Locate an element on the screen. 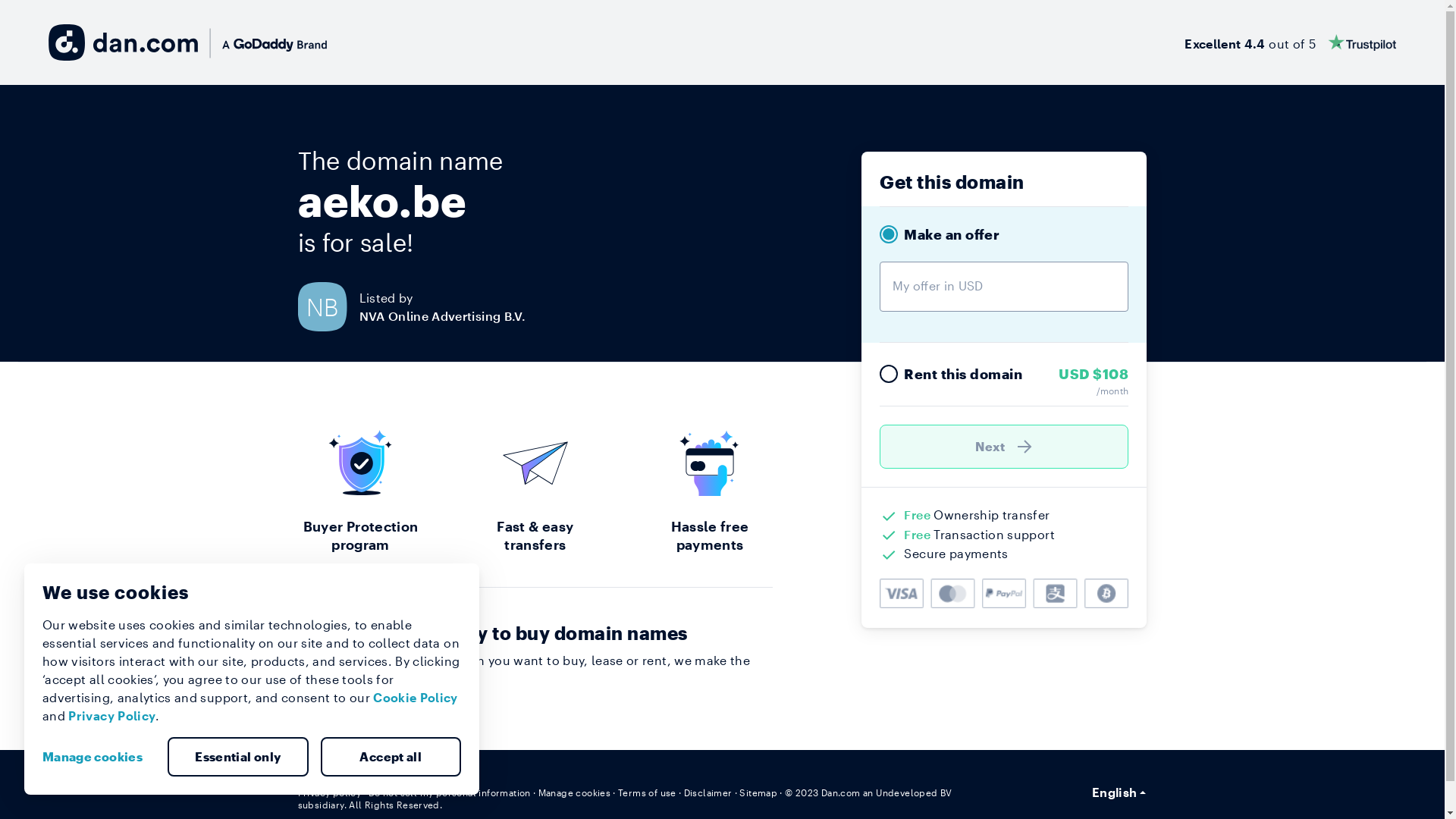 This screenshot has width=1456, height=819. 'Accept all' is located at coordinates (390, 757).